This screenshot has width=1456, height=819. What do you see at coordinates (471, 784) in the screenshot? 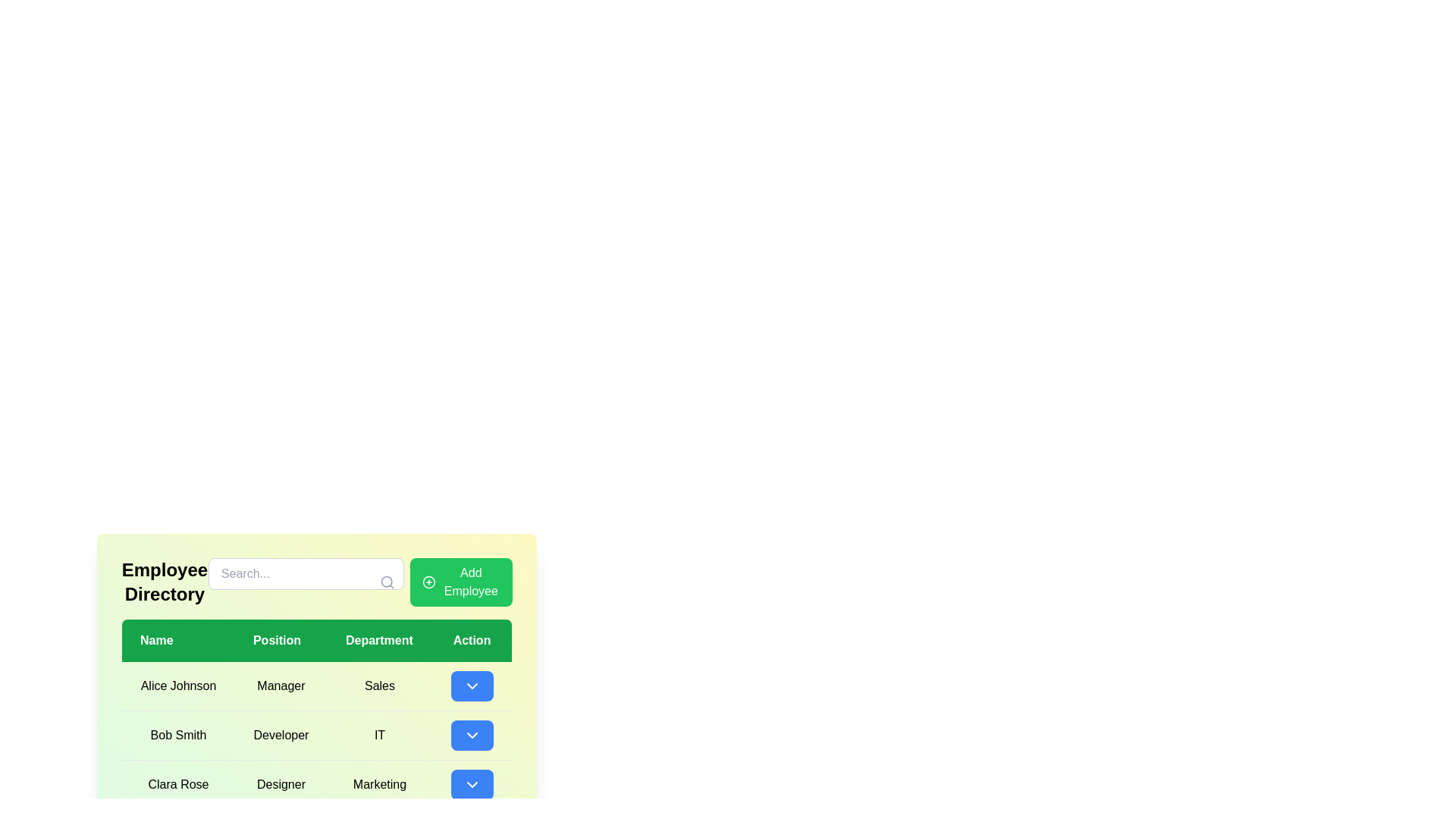
I see `the blue button with a downward arrow icon located in the last row of the table under the 'Action' column corresponding to 'Clara Rose', 'Designer', 'Marketing'` at bounding box center [471, 784].